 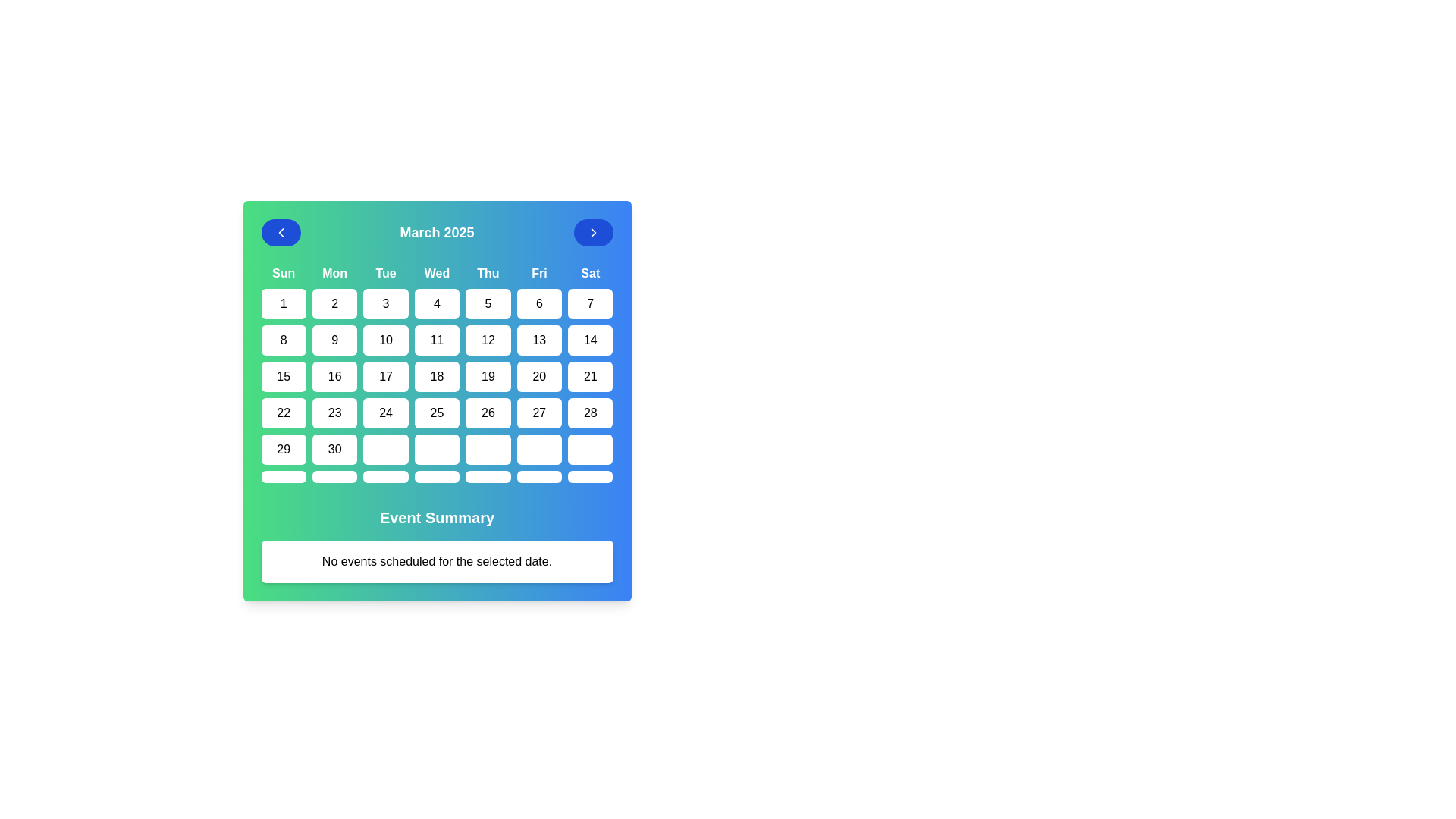 What do you see at coordinates (592, 233) in the screenshot?
I see `the rightward-chevron icon within the circular blue navigation button at the top-right corner of the calendar interface` at bounding box center [592, 233].